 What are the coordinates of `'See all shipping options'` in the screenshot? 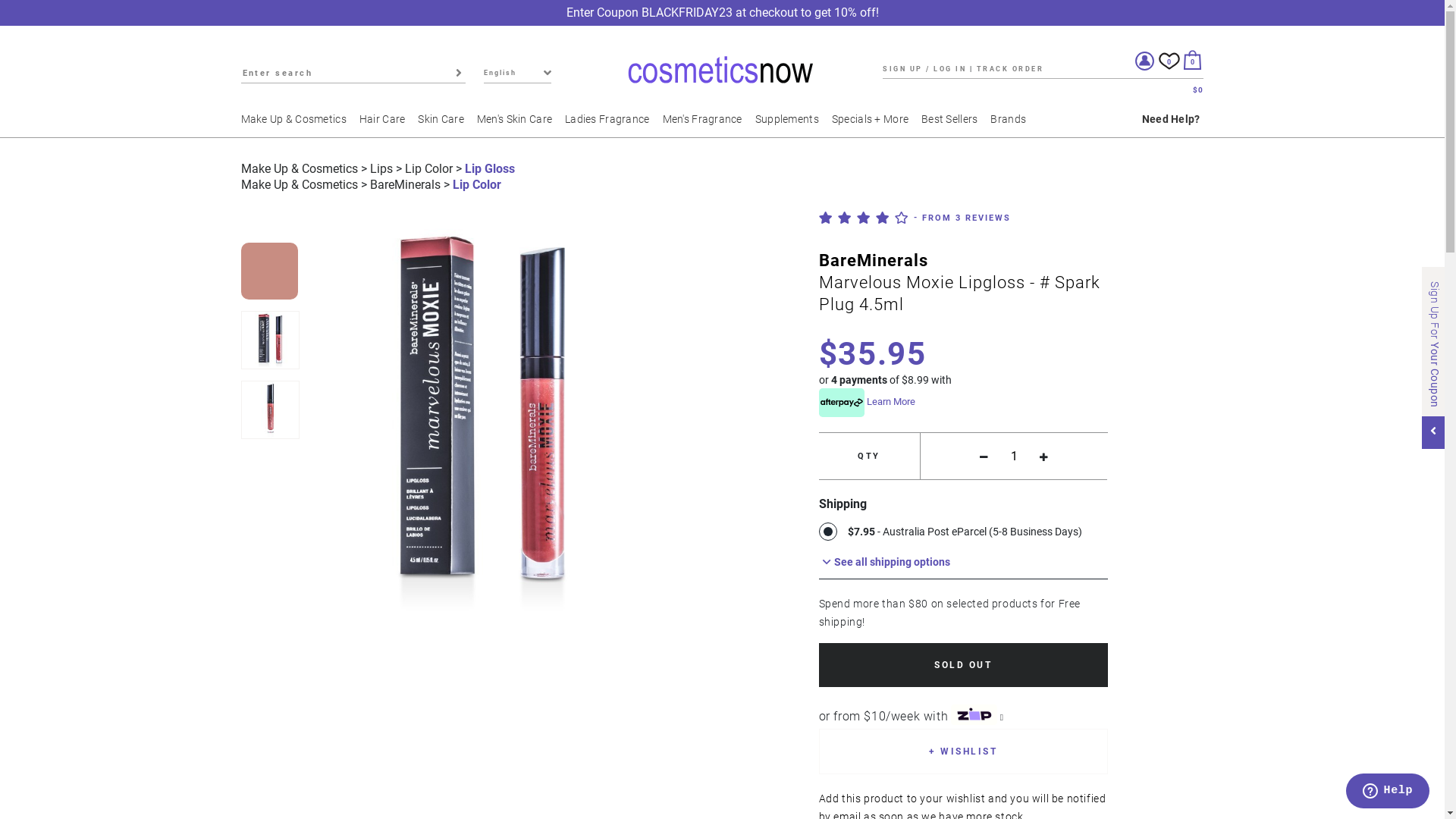 It's located at (962, 561).